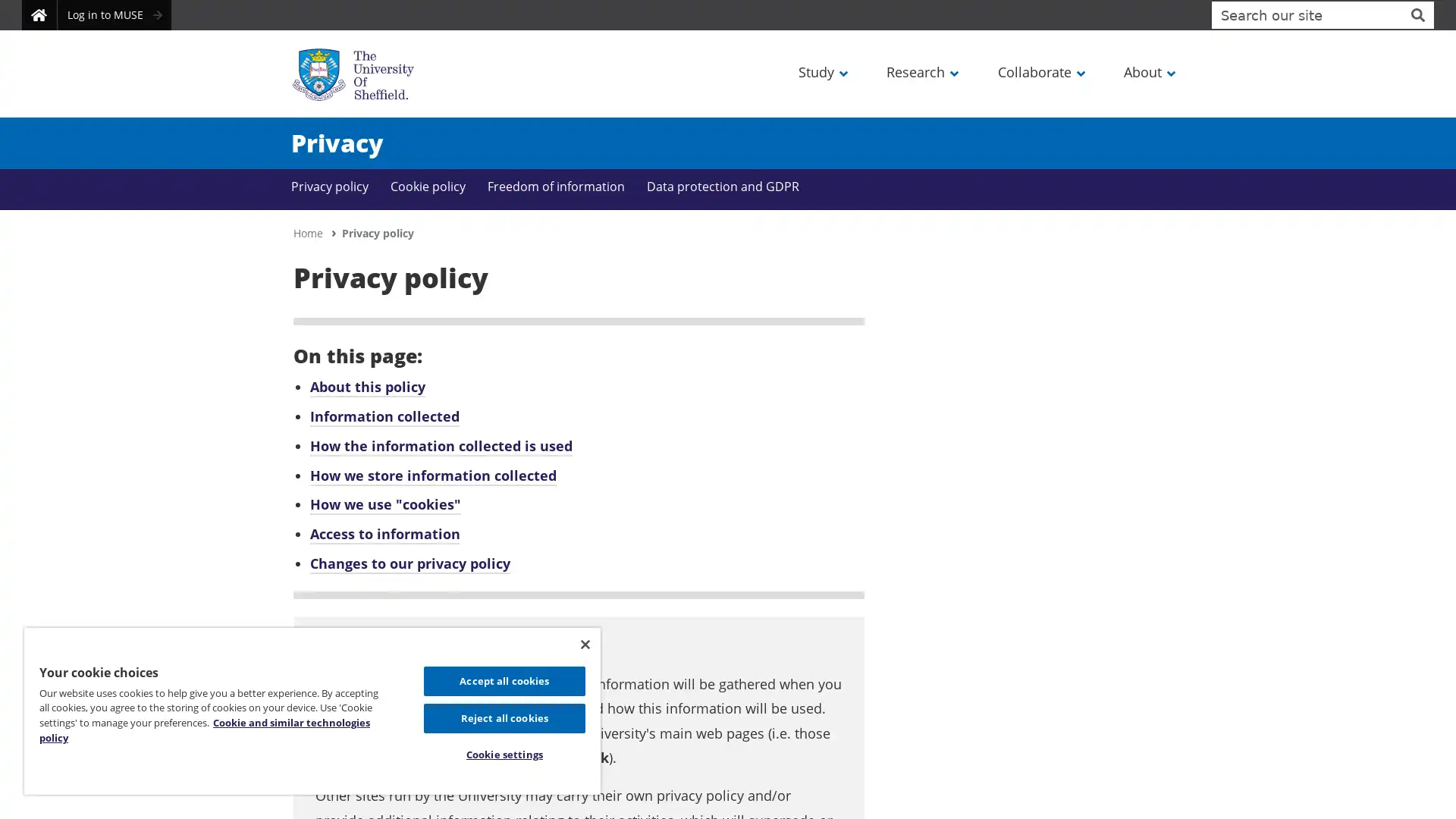 This screenshot has width=1456, height=819. I want to click on Cookie settings, so click(504, 755).